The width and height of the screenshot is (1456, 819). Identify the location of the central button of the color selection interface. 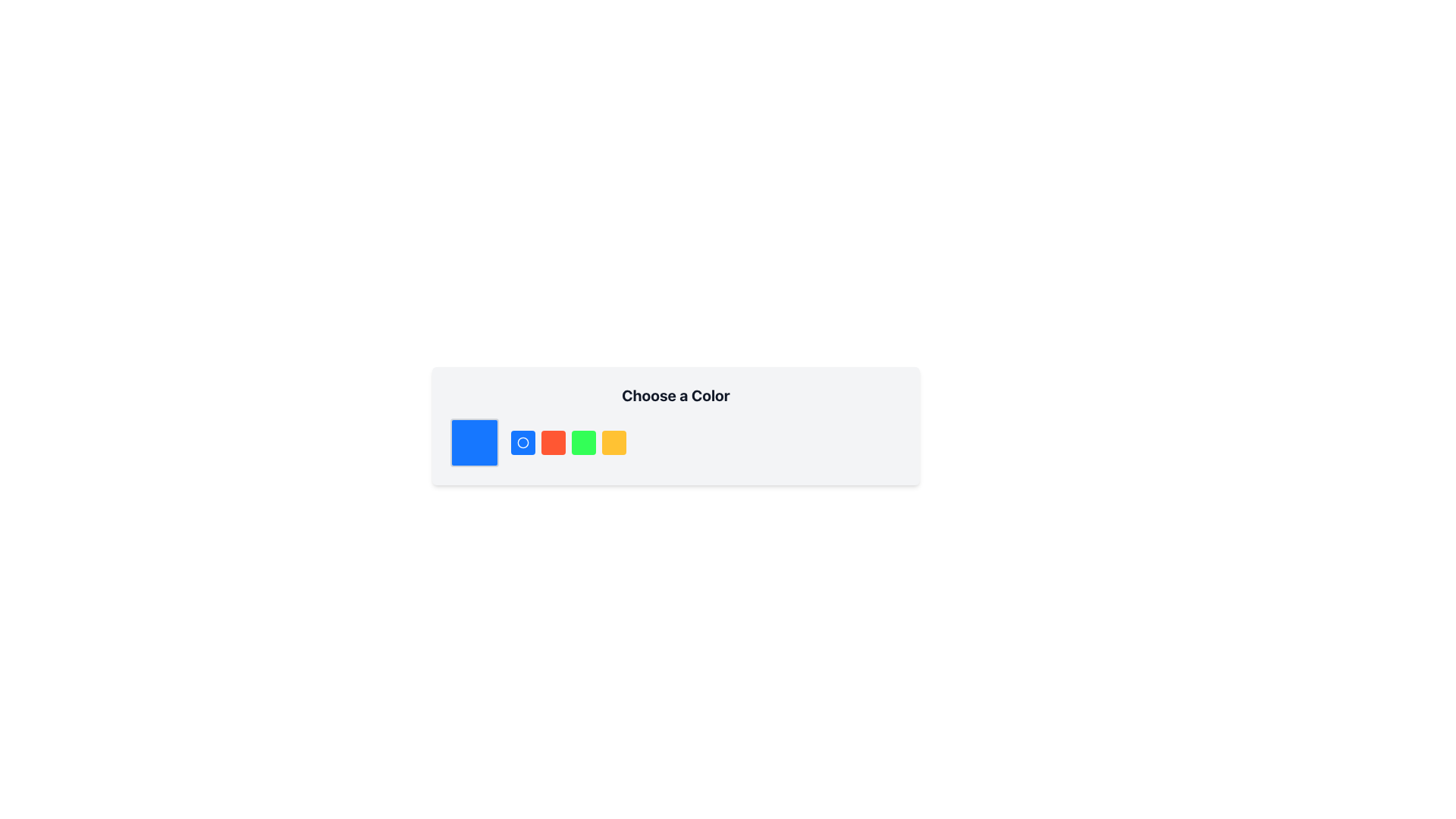
(567, 442).